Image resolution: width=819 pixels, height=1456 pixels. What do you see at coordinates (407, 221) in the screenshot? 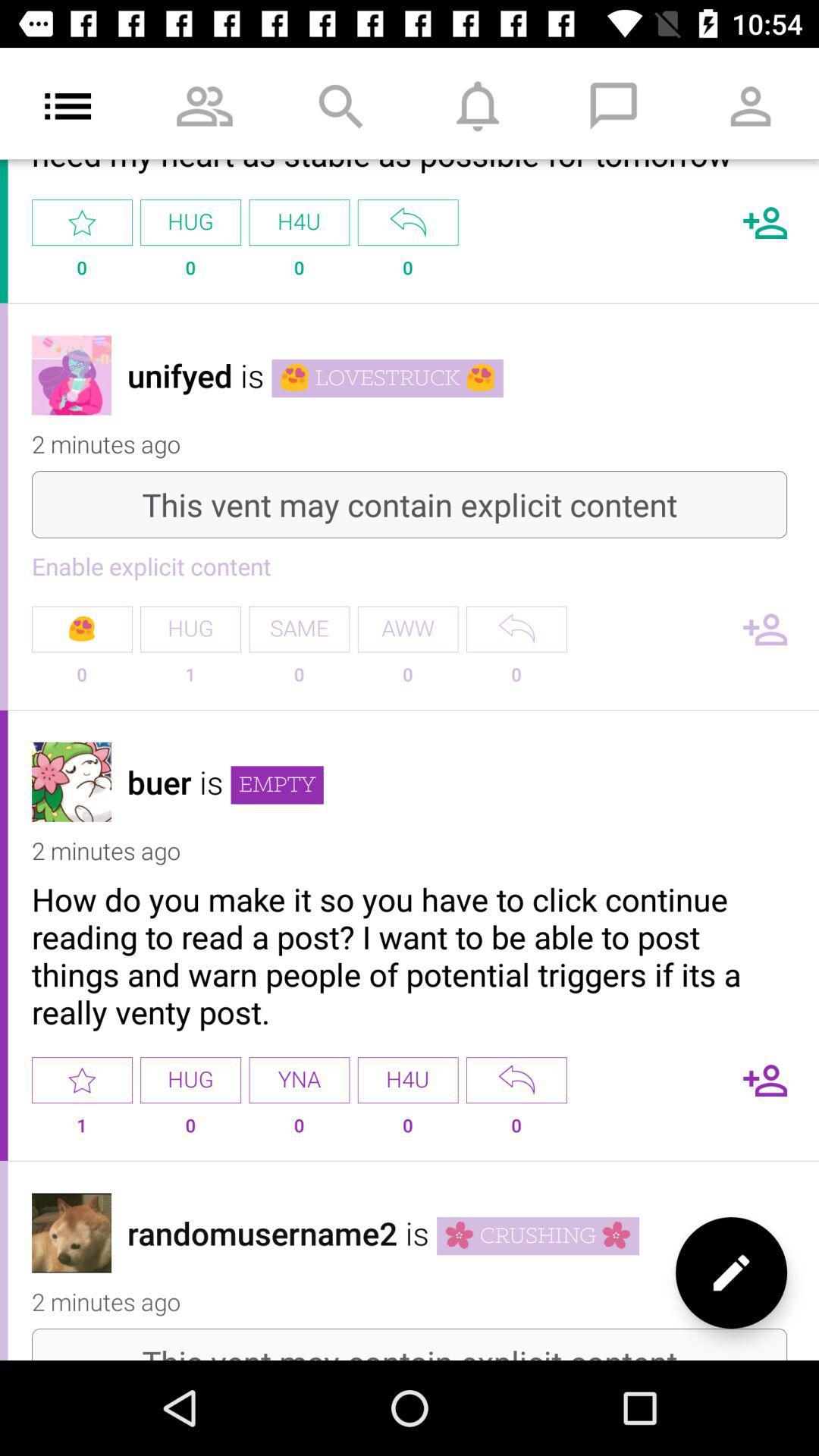
I see `go back` at bounding box center [407, 221].